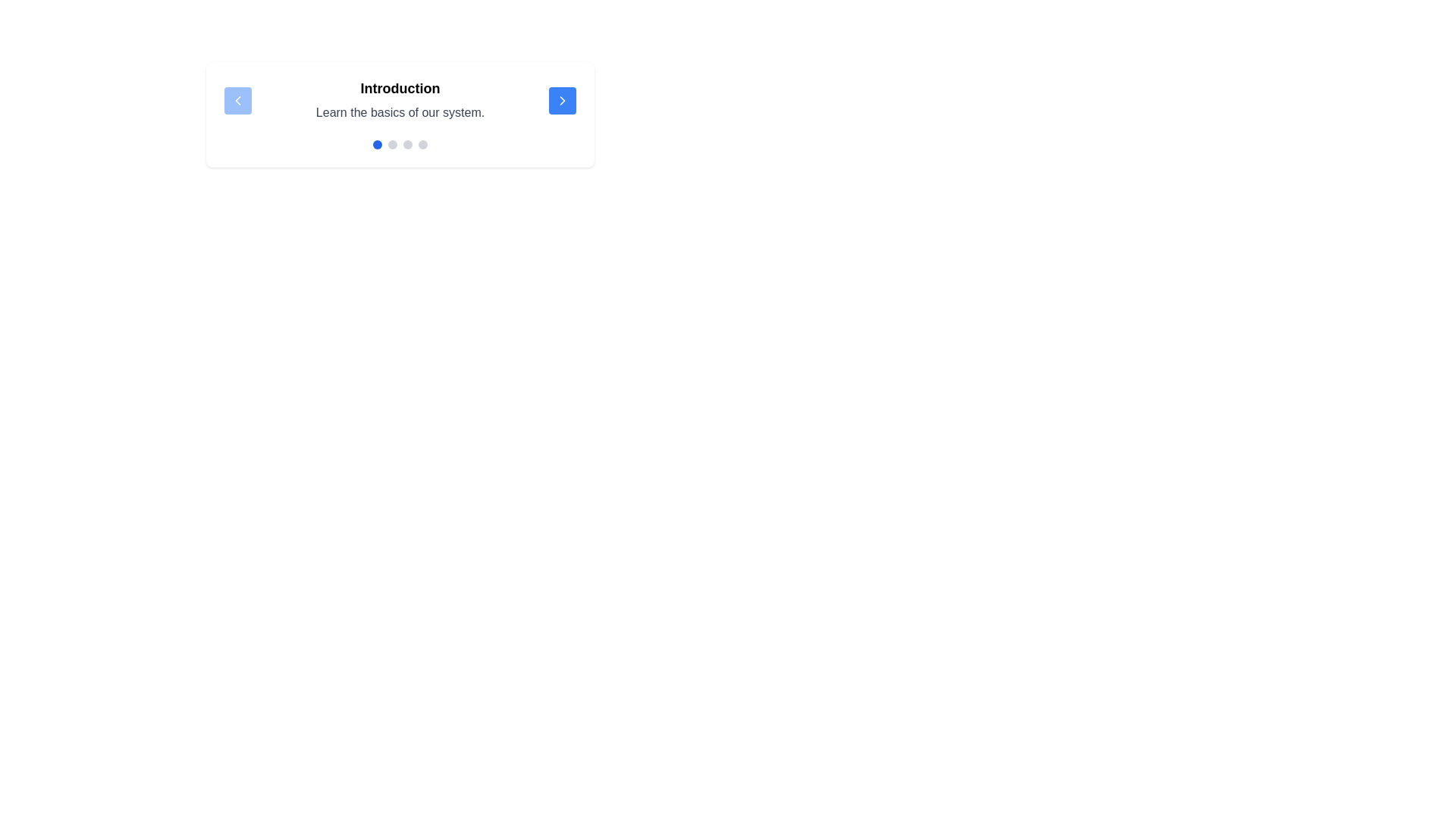  I want to click on the text block element that contains the header 'Introduction' and the description 'Learn the basics of our system.', so click(400, 100).